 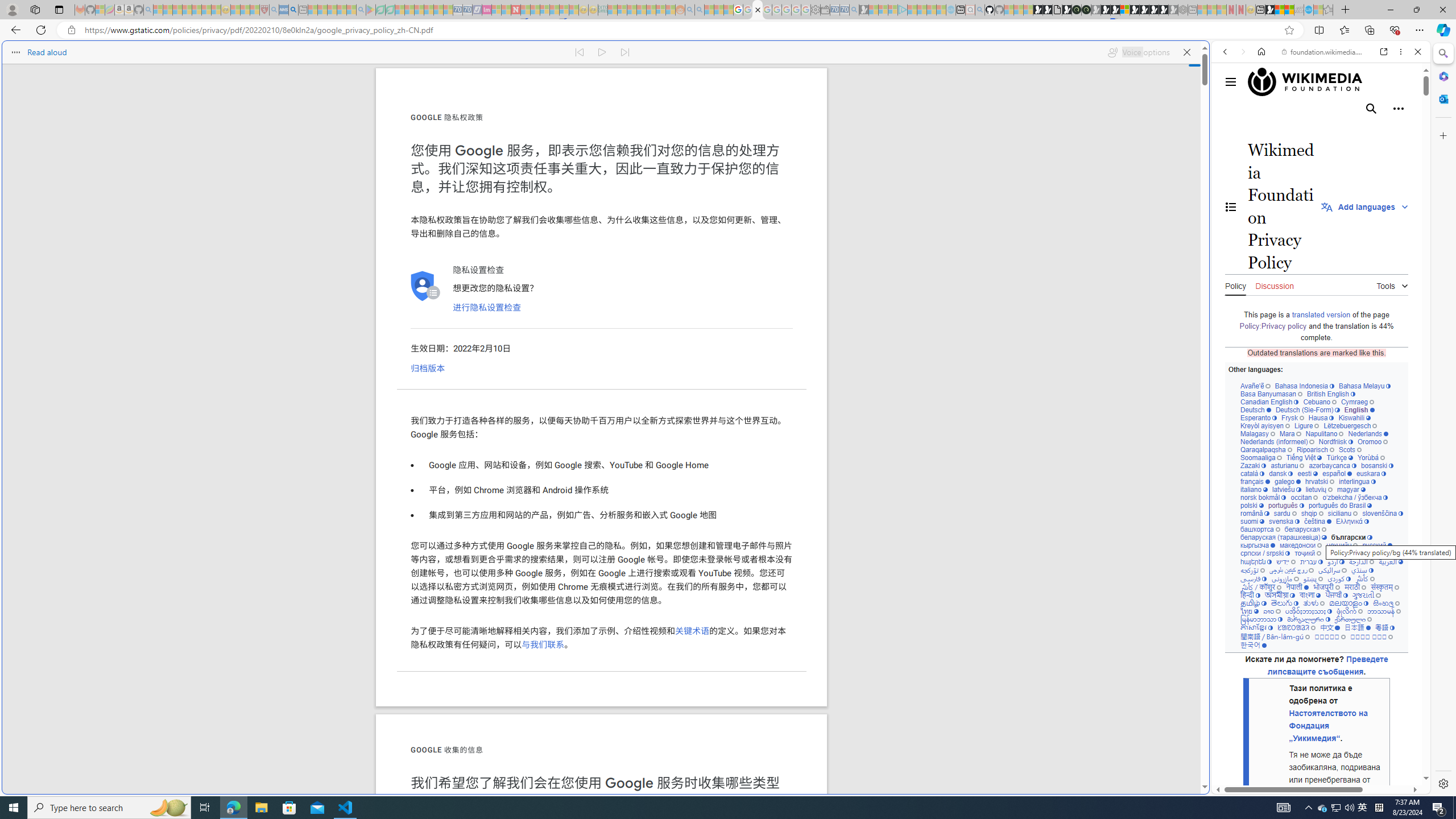 I want to click on 'Napulitano', so click(x=1323, y=433).